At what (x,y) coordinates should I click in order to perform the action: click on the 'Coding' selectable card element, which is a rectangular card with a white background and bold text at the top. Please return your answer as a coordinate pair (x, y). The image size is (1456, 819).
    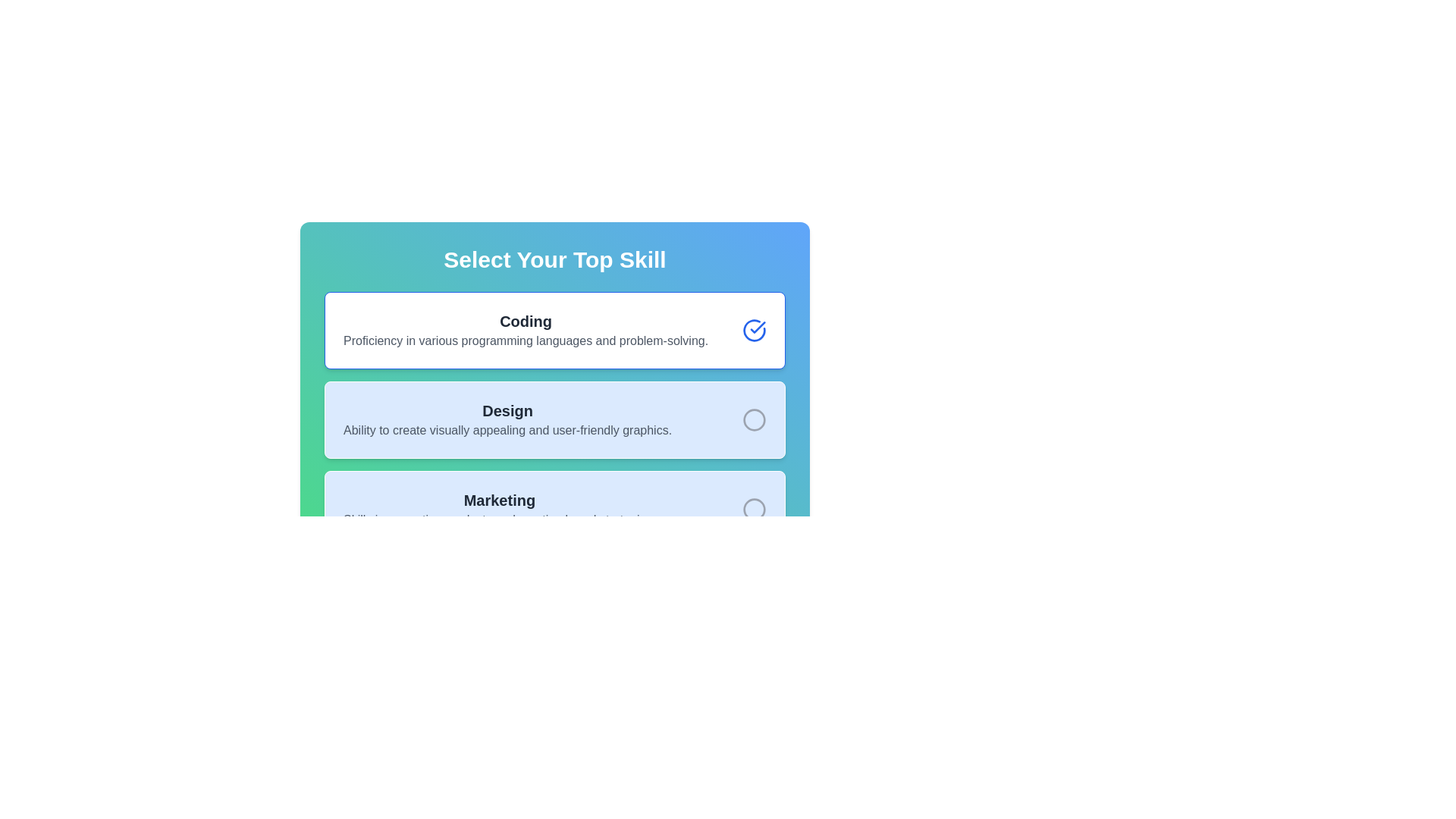
    Looking at the image, I should click on (554, 329).